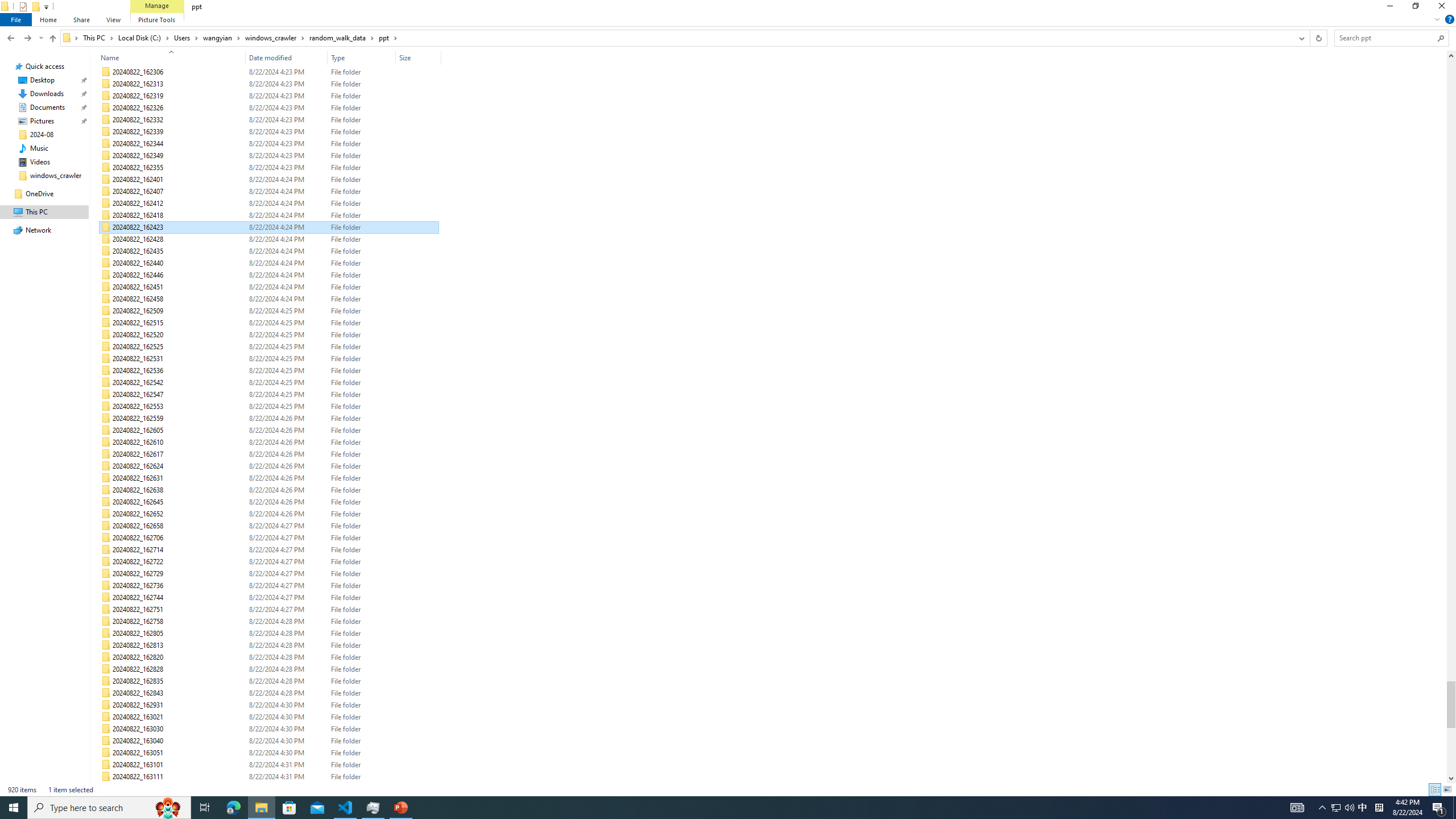 Image resolution: width=1456 pixels, height=819 pixels. What do you see at coordinates (167, 57) in the screenshot?
I see `'Name'` at bounding box center [167, 57].